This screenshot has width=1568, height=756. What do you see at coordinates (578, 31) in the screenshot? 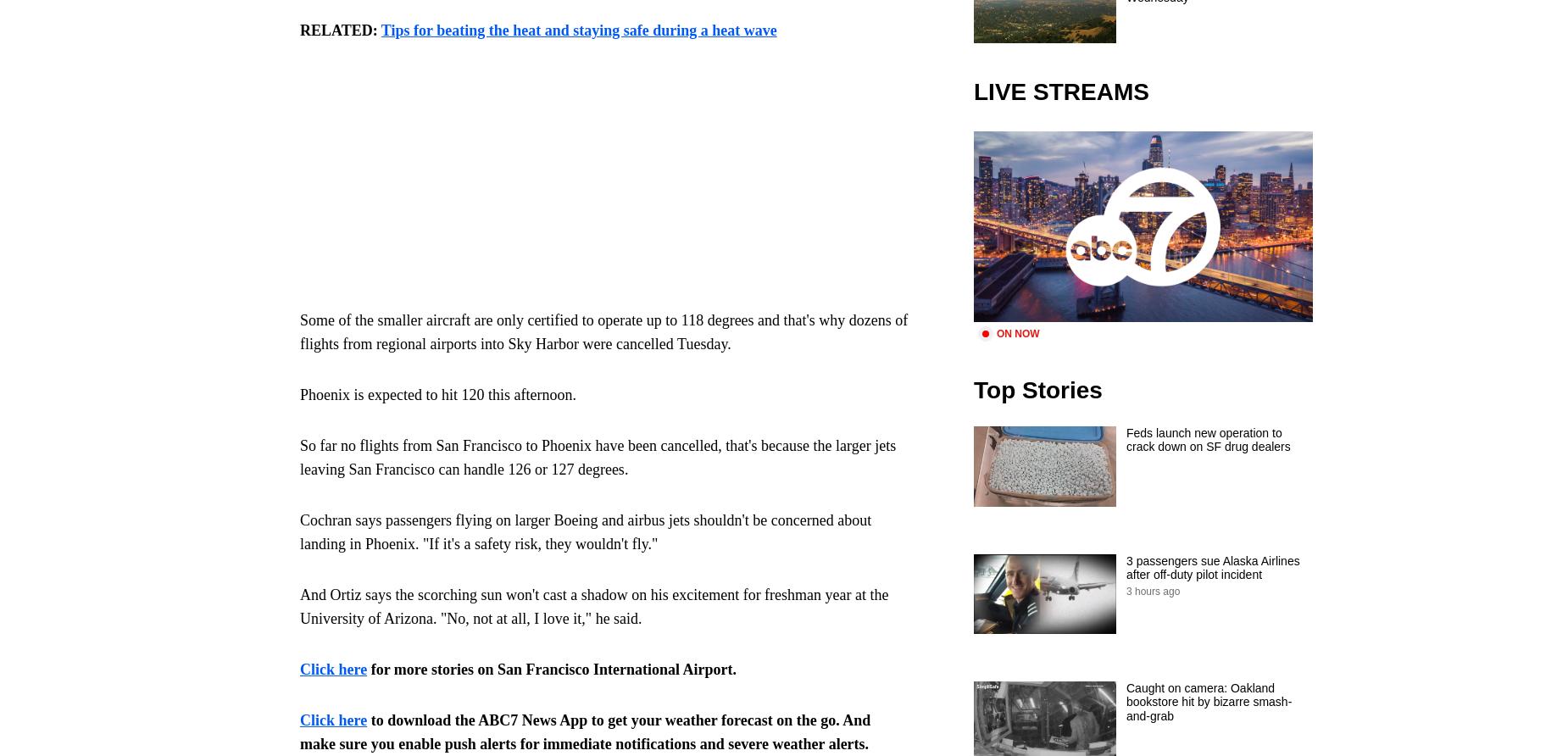
I see `'Tips for beating the heat and staying safe during a heat wave'` at bounding box center [578, 31].